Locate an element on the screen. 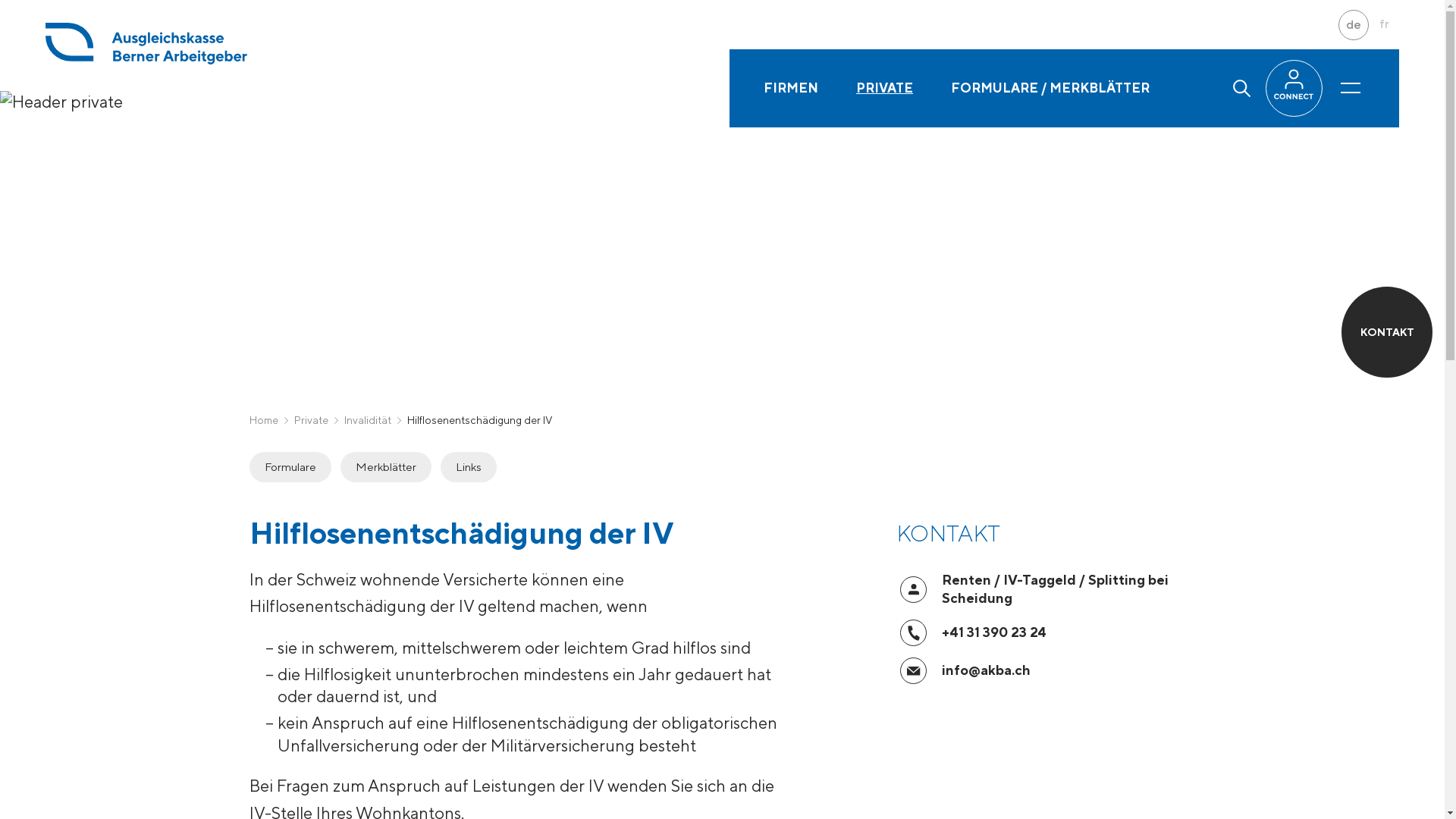 The height and width of the screenshot is (819, 1456). 'Links' is located at coordinates (467, 466).